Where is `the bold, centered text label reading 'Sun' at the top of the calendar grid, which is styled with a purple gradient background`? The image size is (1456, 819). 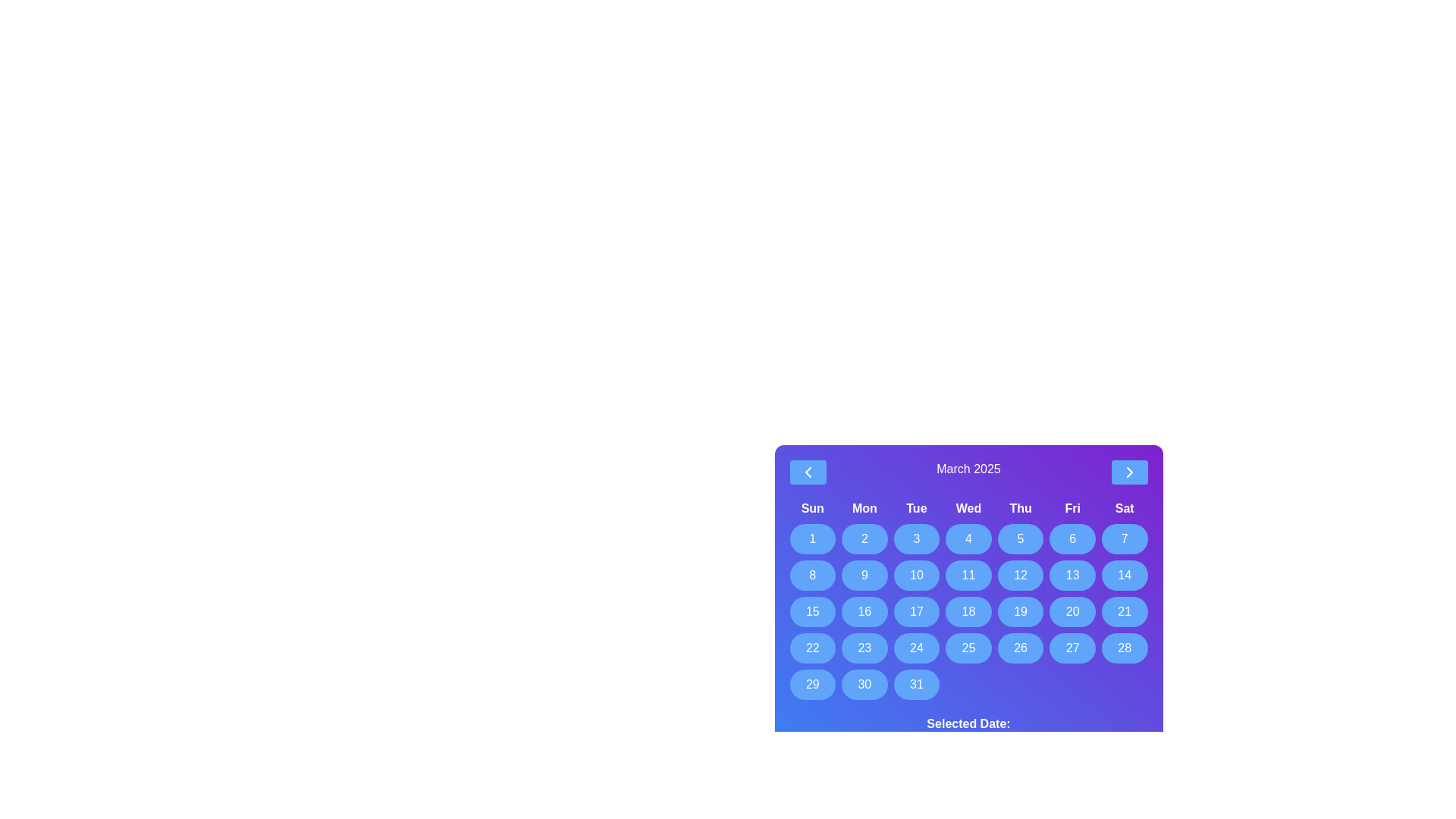 the bold, centered text label reading 'Sun' at the top of the calendar grid, which is styled with a purple gradient background is located at coordinates (811, 509).